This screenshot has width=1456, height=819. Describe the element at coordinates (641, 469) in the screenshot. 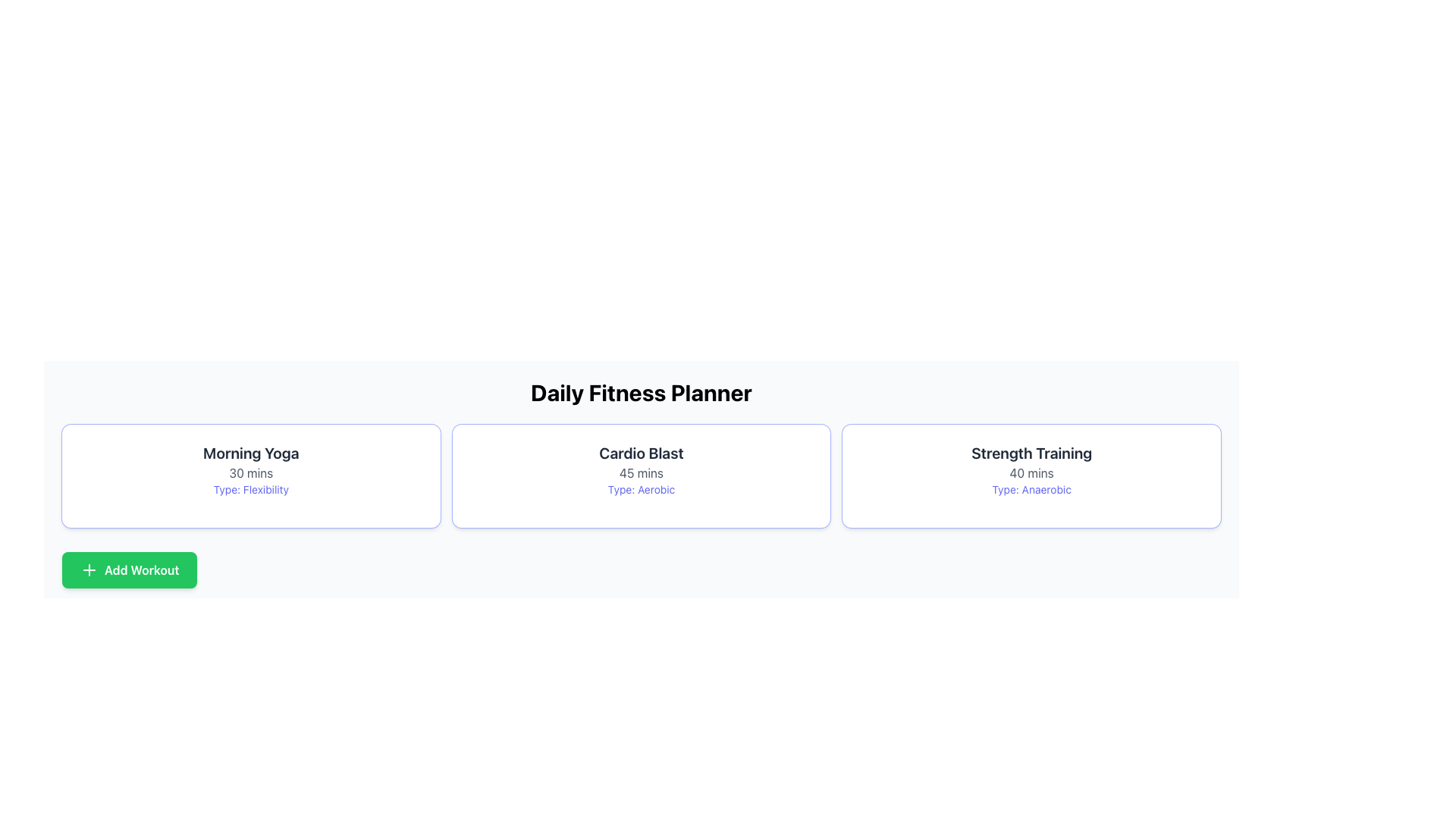

I see `the text block` at that location.